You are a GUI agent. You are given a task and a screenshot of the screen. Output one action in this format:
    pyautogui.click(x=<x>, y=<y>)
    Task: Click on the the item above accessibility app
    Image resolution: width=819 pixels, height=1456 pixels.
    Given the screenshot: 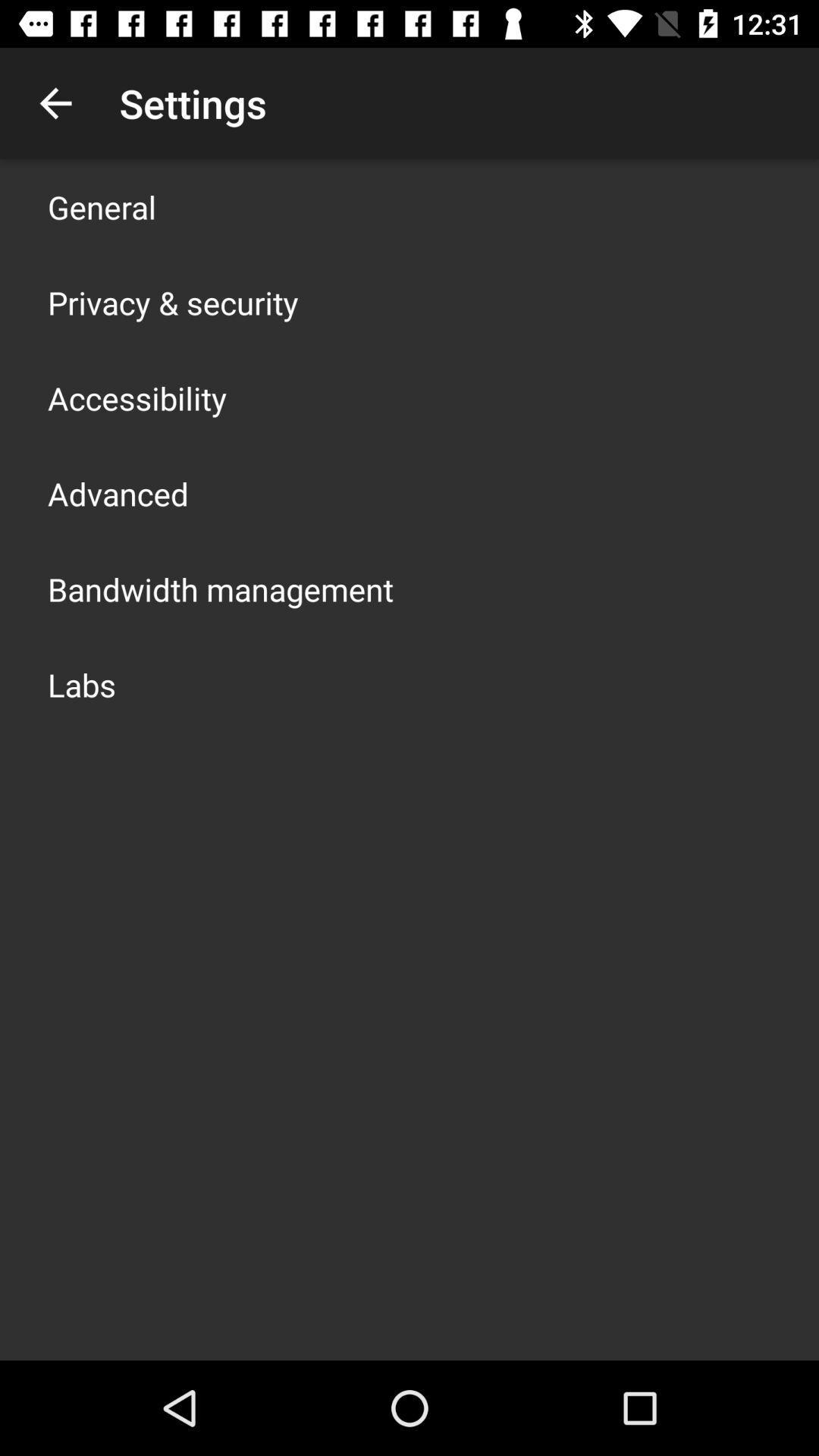 What is the action you would take?
    pyautogui.click(x=172, y=302)
    